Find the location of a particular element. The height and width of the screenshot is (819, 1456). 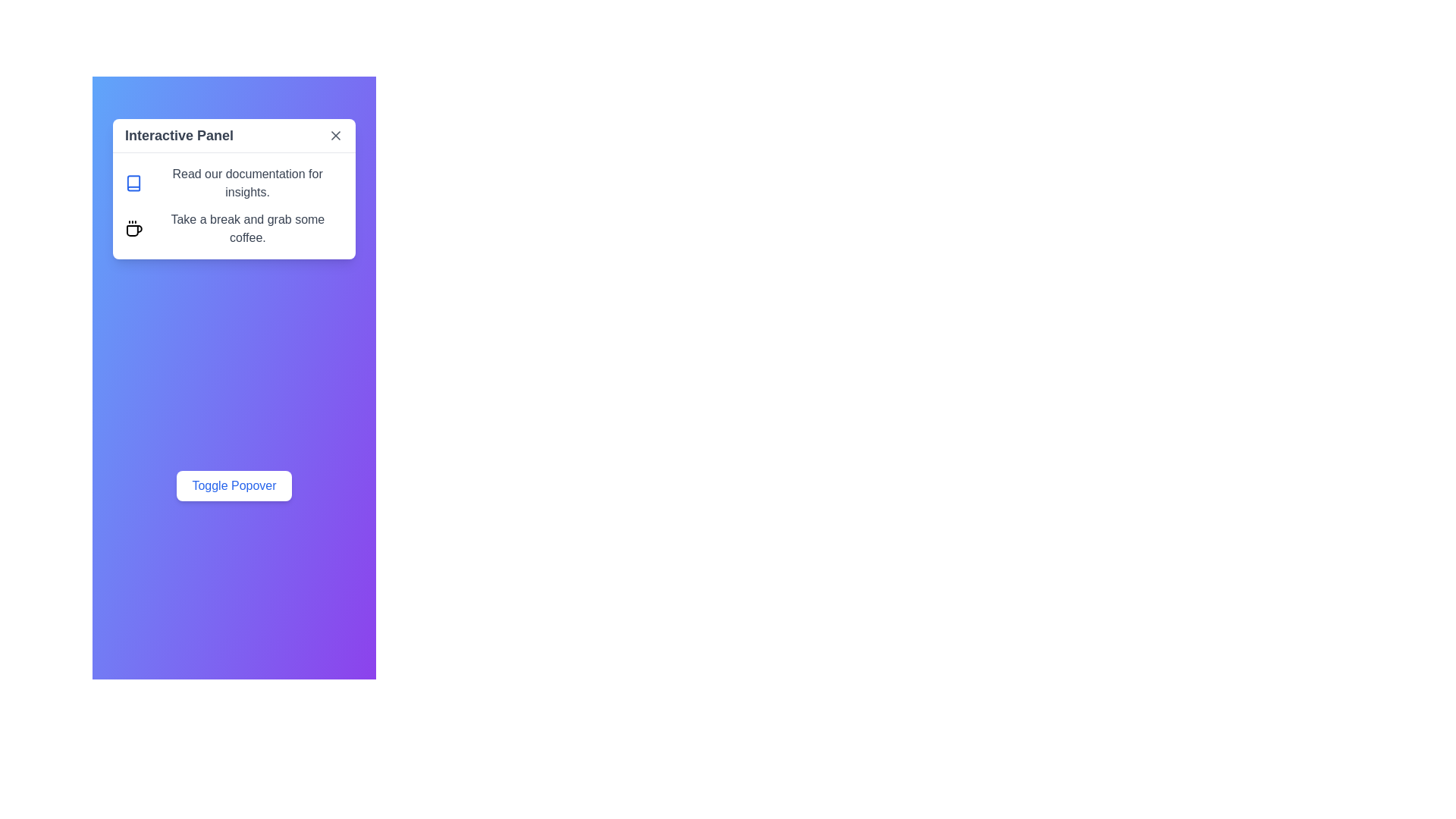

the contextual text content located towards the center-right of the interactive panel, adjacent to the coffee cup icon is located at coordinates (247, 228).